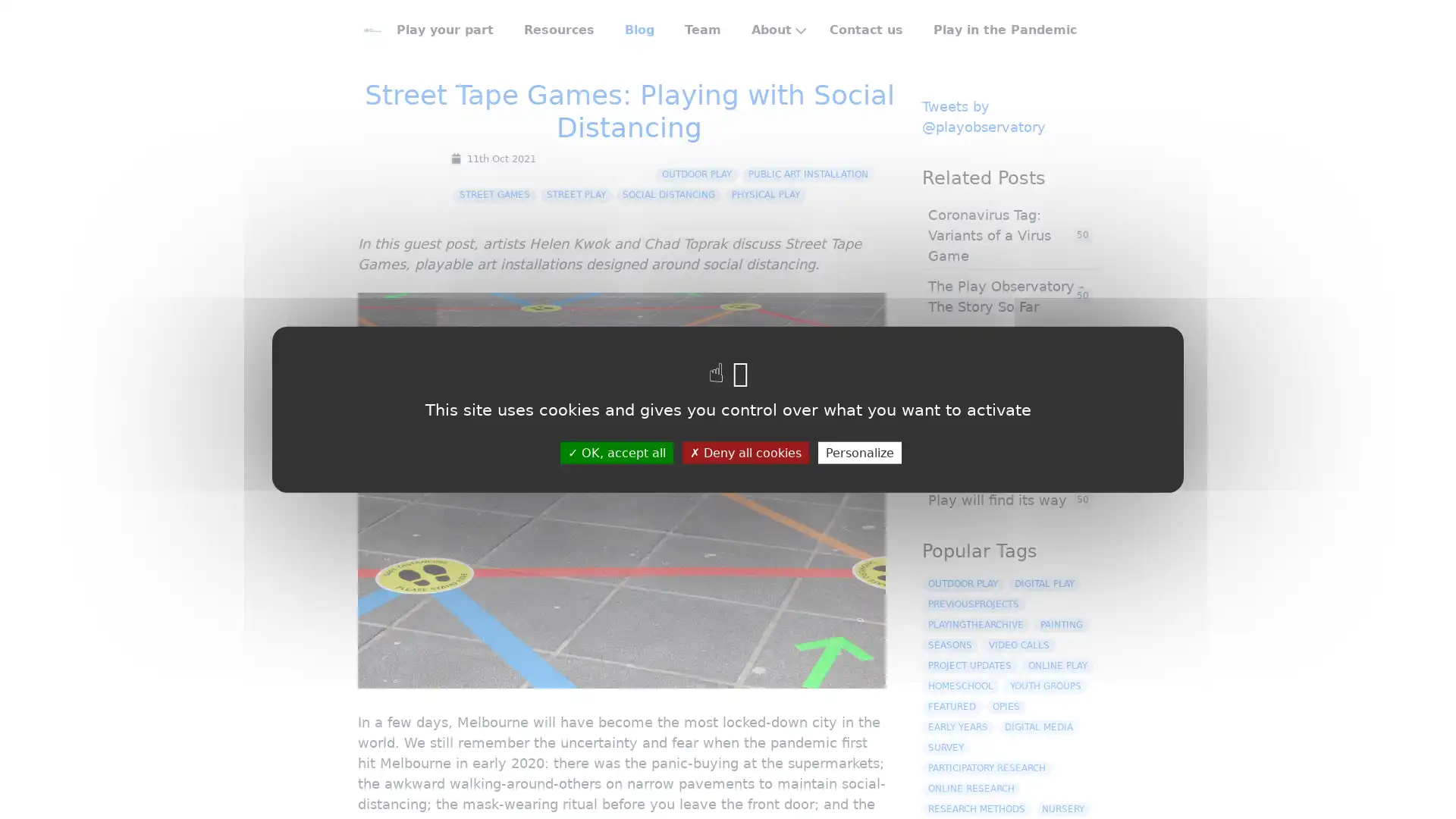 The height and width of the screenshot is (819, 1456). What do you see at coordinates (616, 451) in the screenshot?
I see `OK, accept all` at bounding box center [616, 451].